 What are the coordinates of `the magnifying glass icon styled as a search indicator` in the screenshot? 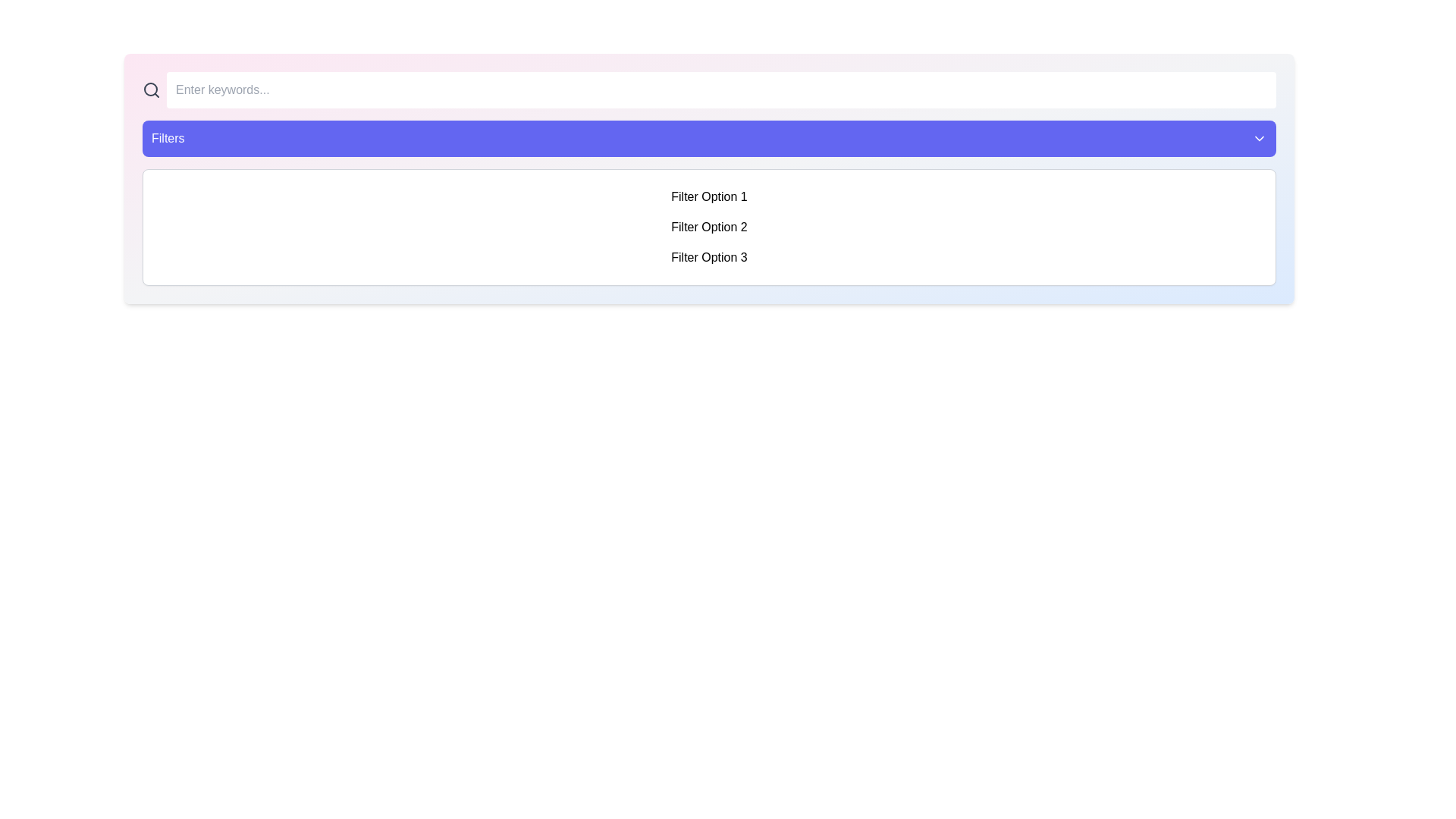 It's located at (152, 90).